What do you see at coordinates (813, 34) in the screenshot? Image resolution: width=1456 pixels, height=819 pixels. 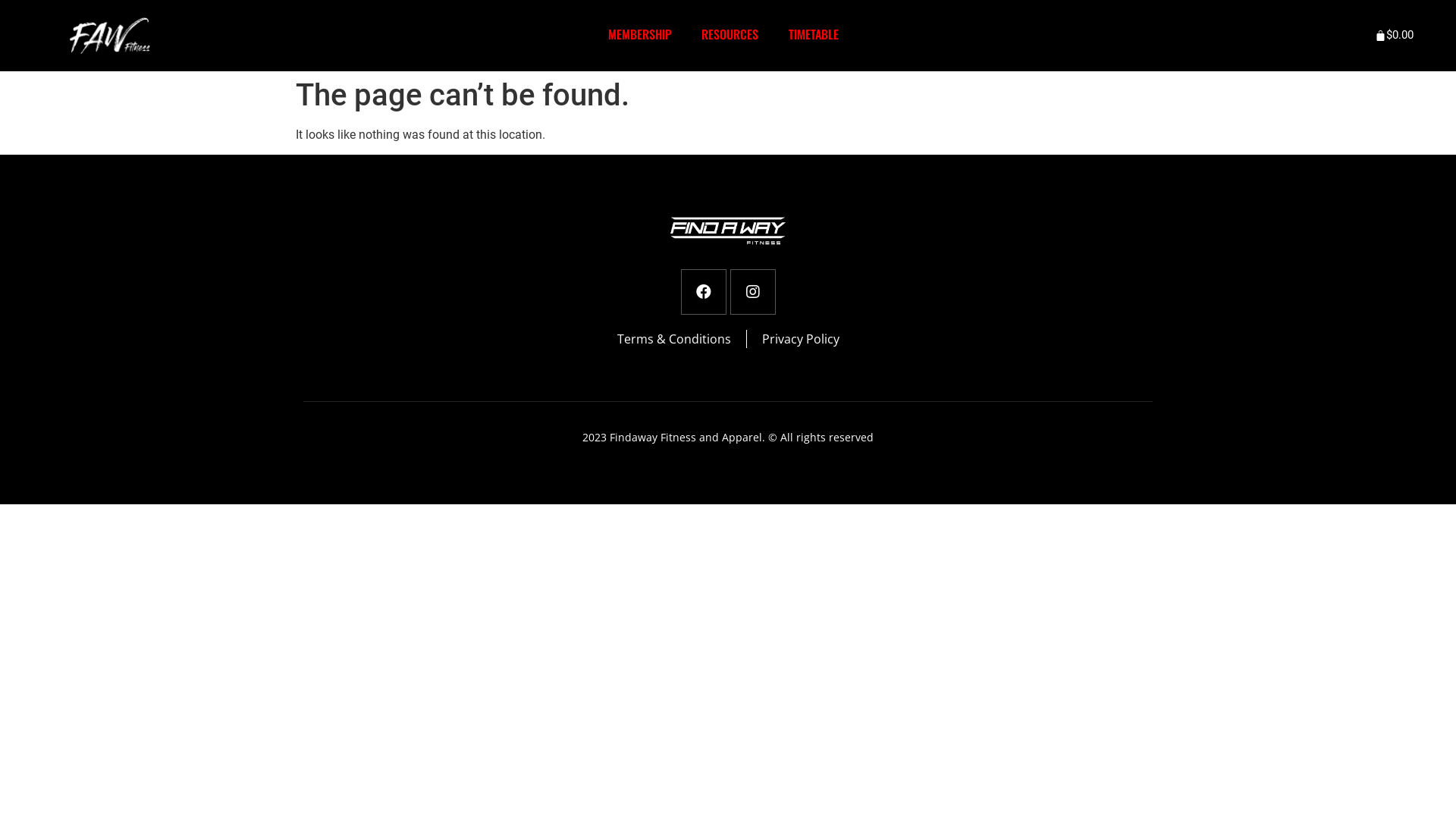 I see `'TIMETABLE'` at bounding box center [813, 34].